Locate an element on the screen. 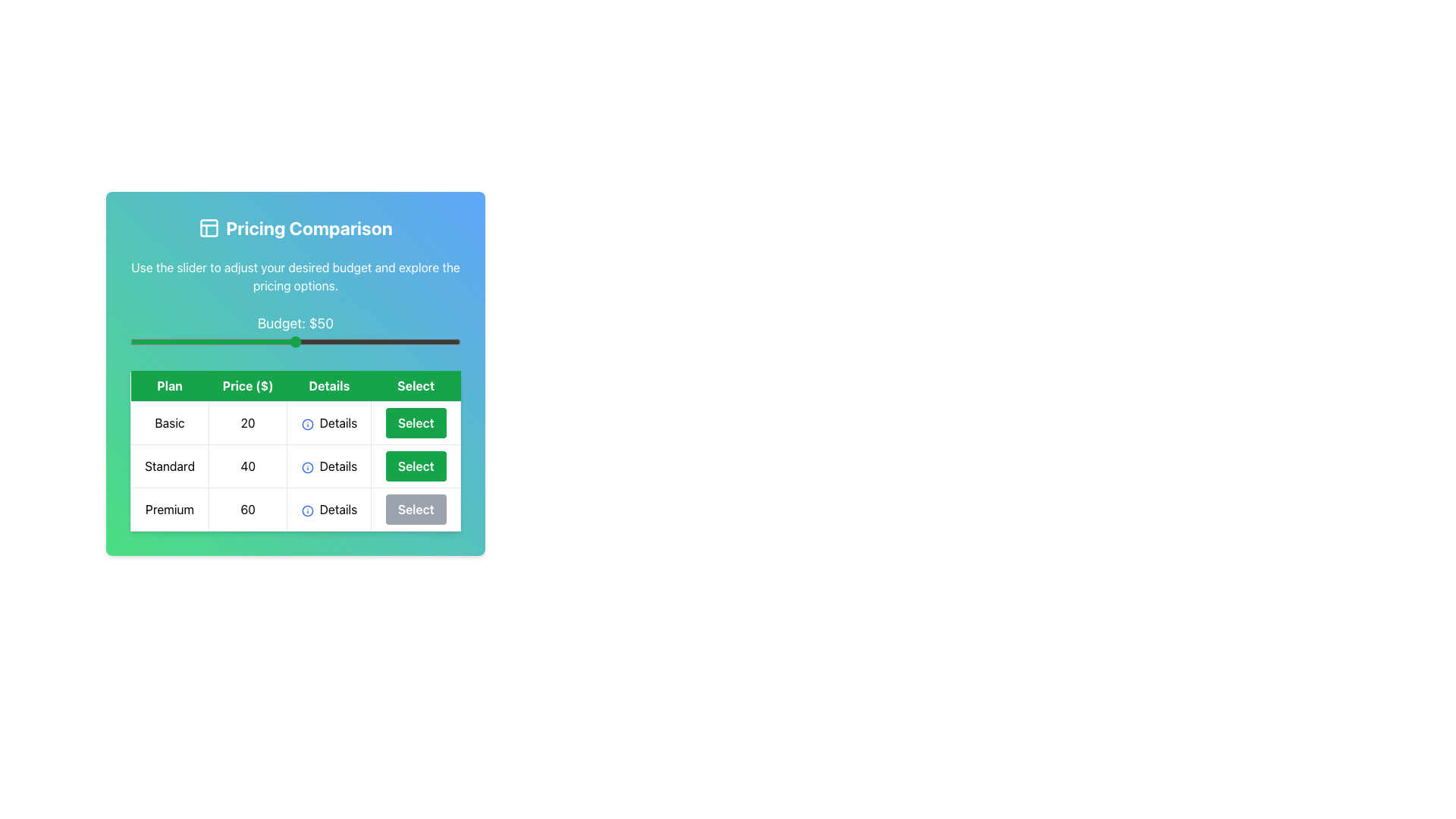 The height and width of the screenshot is (819, 1456). the text label element displaying 'Premium' located in the first column of the last row of the table under the 'Plan' header is located at coordinates (170, 509).